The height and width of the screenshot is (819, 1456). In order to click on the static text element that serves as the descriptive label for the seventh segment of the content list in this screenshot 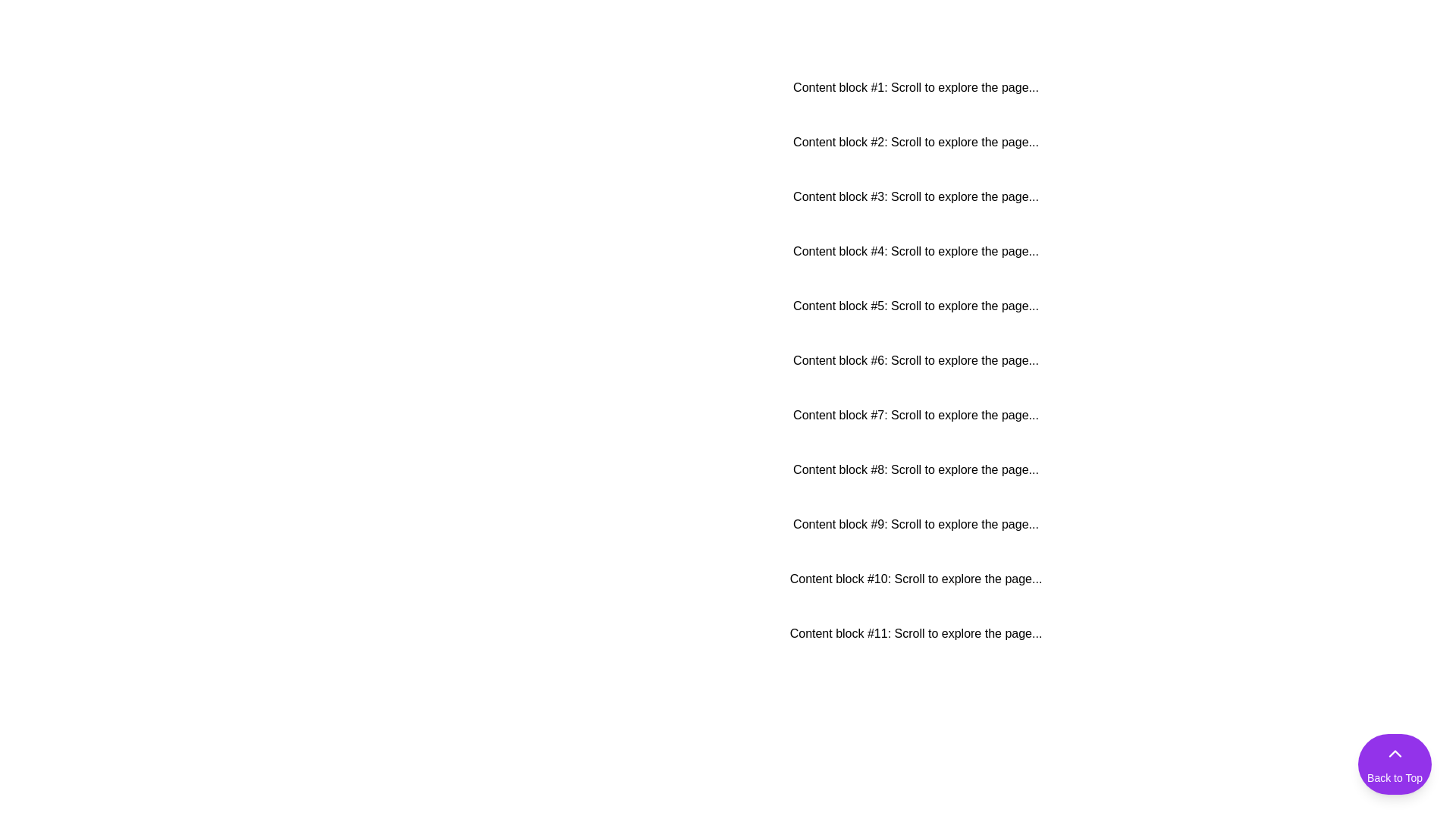, I will do `click(915, 415)`.